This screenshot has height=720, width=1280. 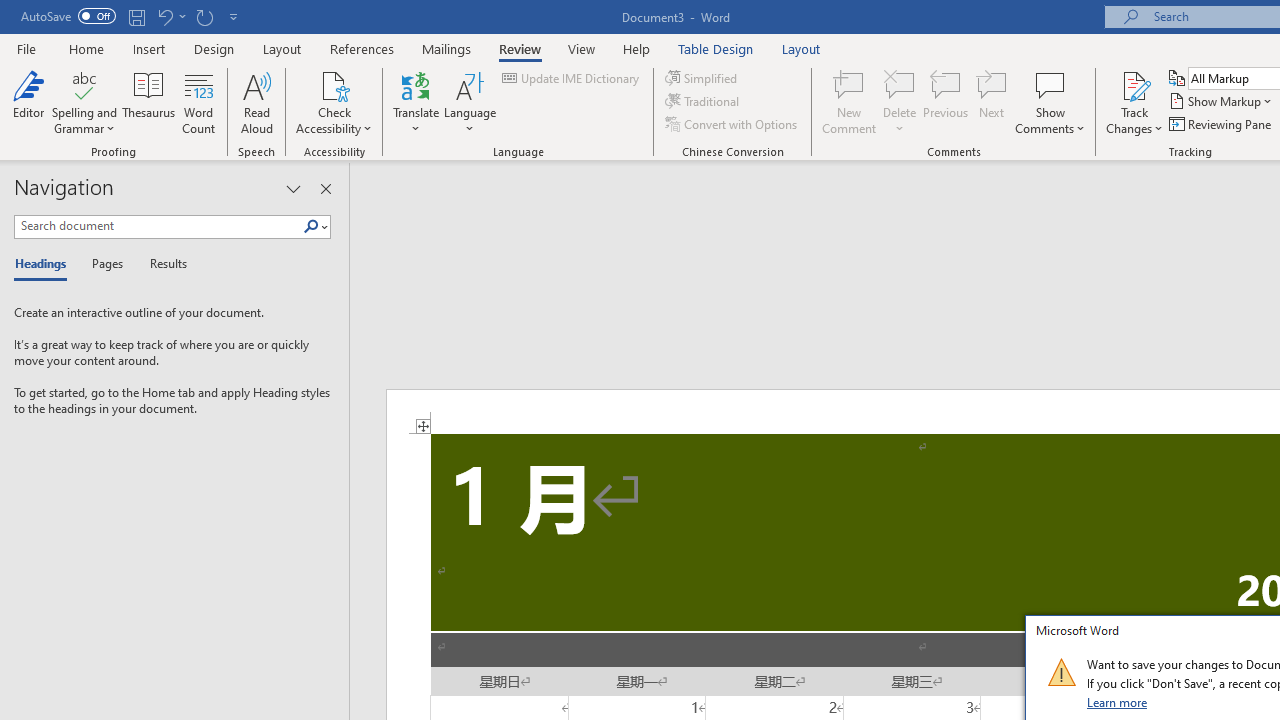 I want to click on 'Home', so click(x=85, y=48).